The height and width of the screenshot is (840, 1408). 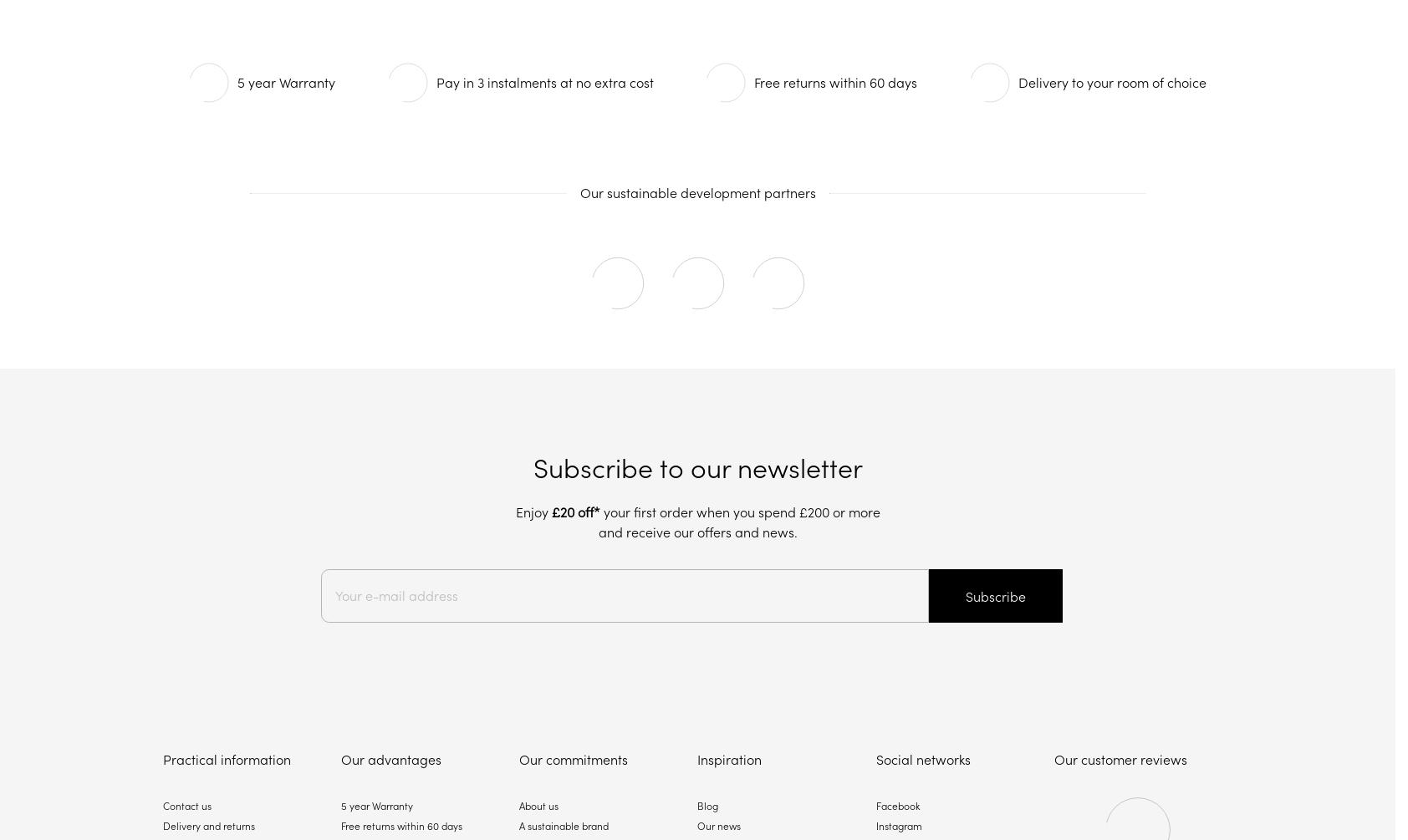 What do you see at coordinates (538, 805) in the screenshot?
I see `'About us'` at bounding box center [538, 805].